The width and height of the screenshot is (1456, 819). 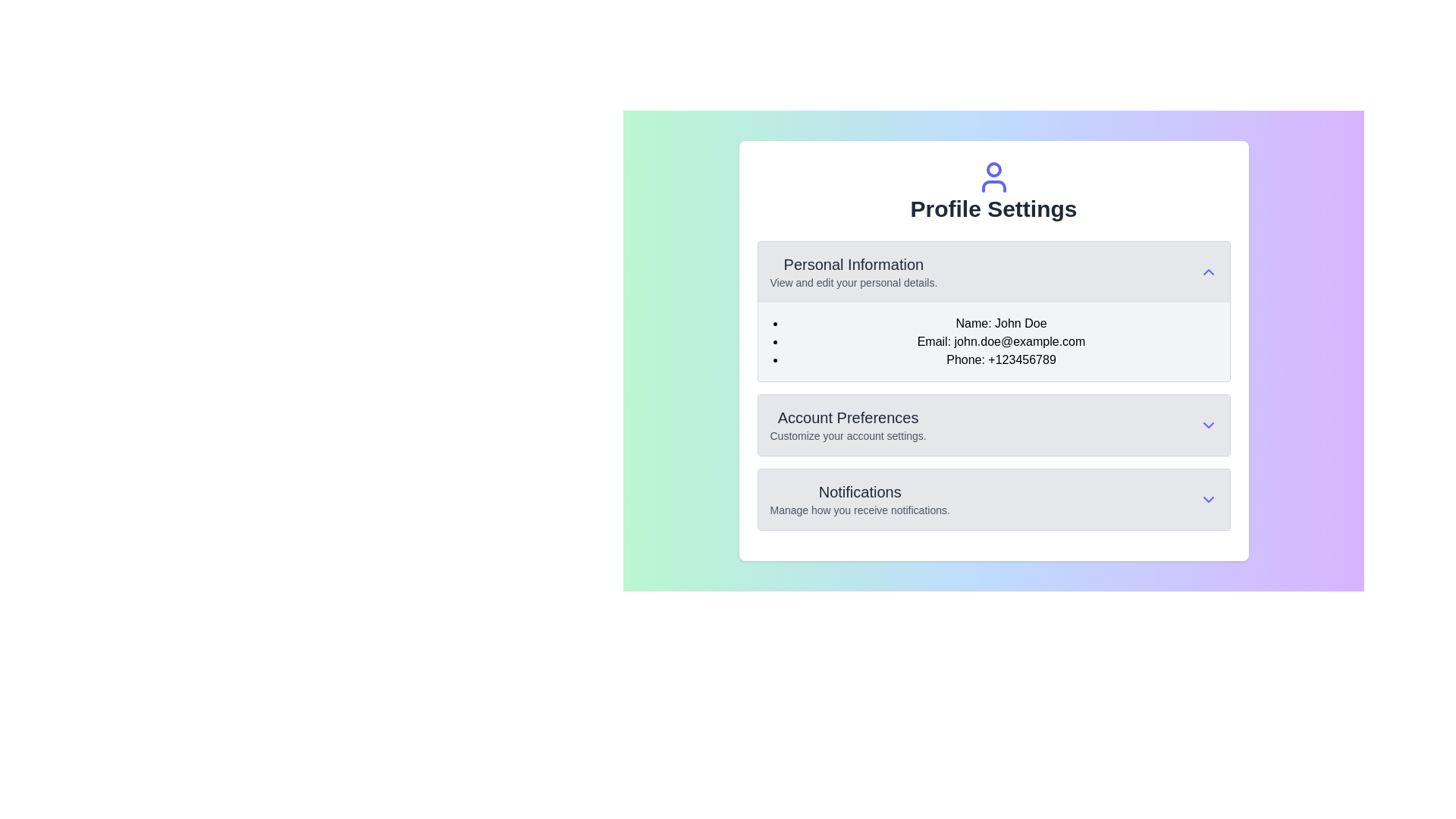 I want to click on the Text block containing personal information formatted as a bulleted list, which includes a person's name, email, and phone number, located under the 'Personal Information' header, so click(x=993, y=342).